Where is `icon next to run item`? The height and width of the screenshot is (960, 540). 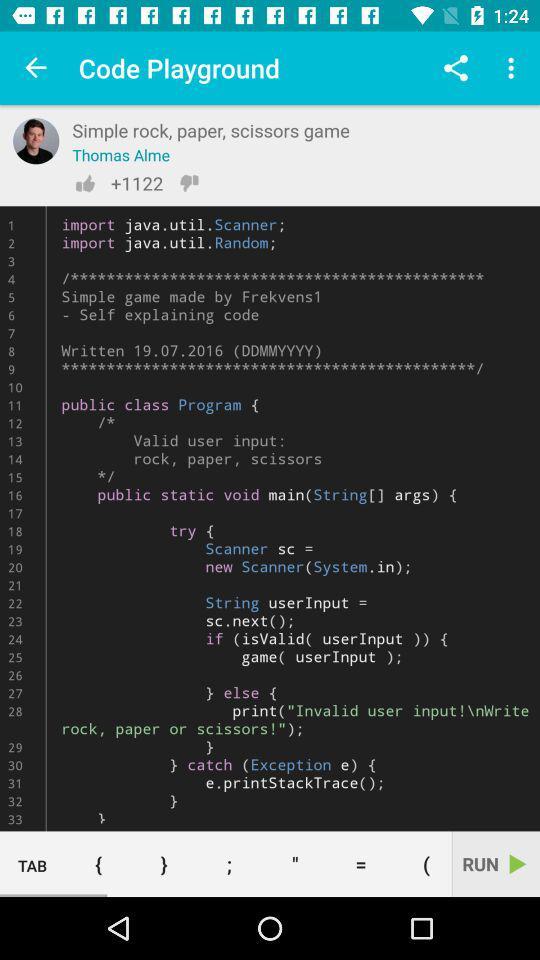
icon next to run item is located at coordinates (421, 863).